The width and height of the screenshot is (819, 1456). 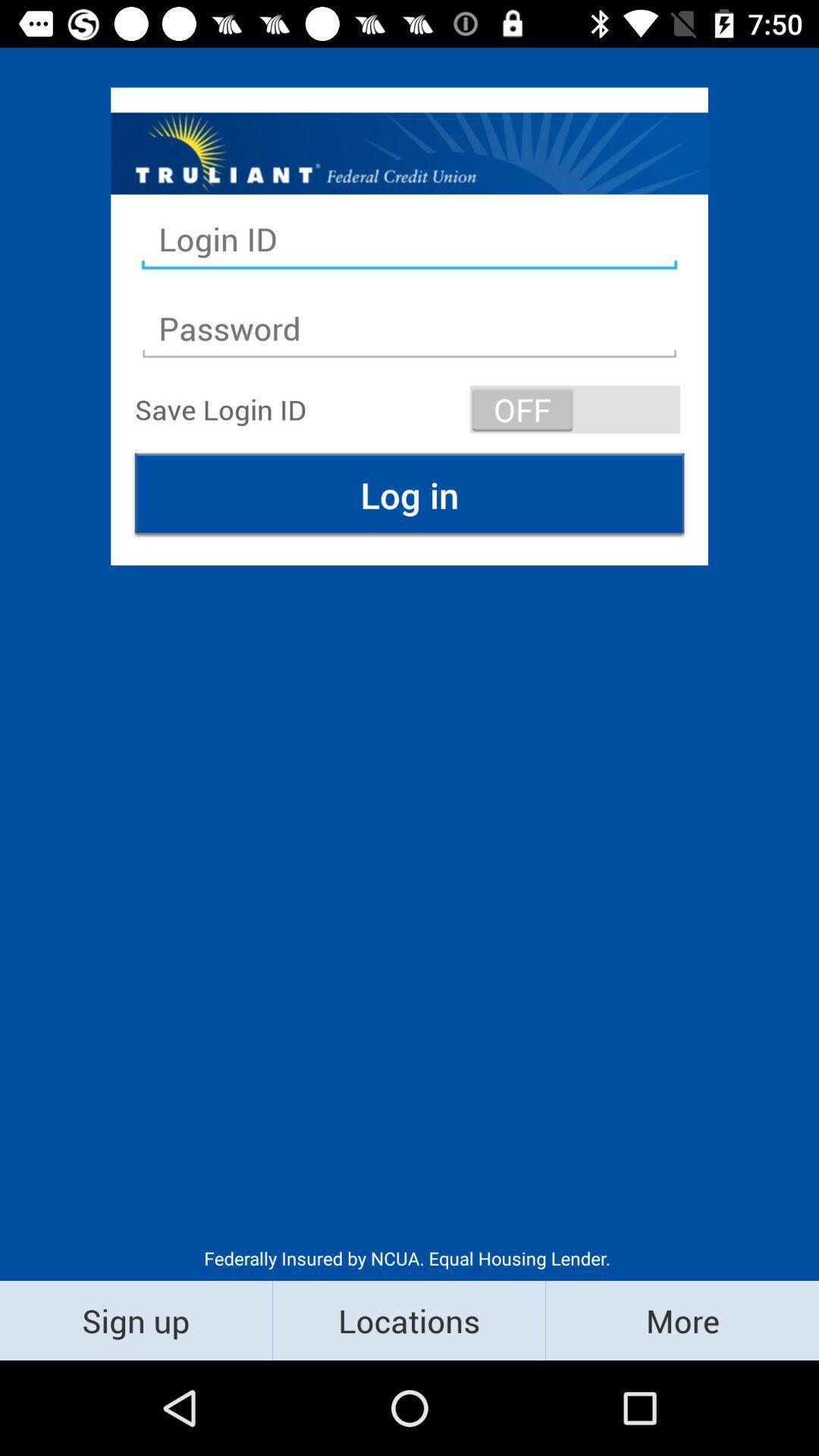 I want to click on the item to the right of locations, so click(x=681, y=1319).